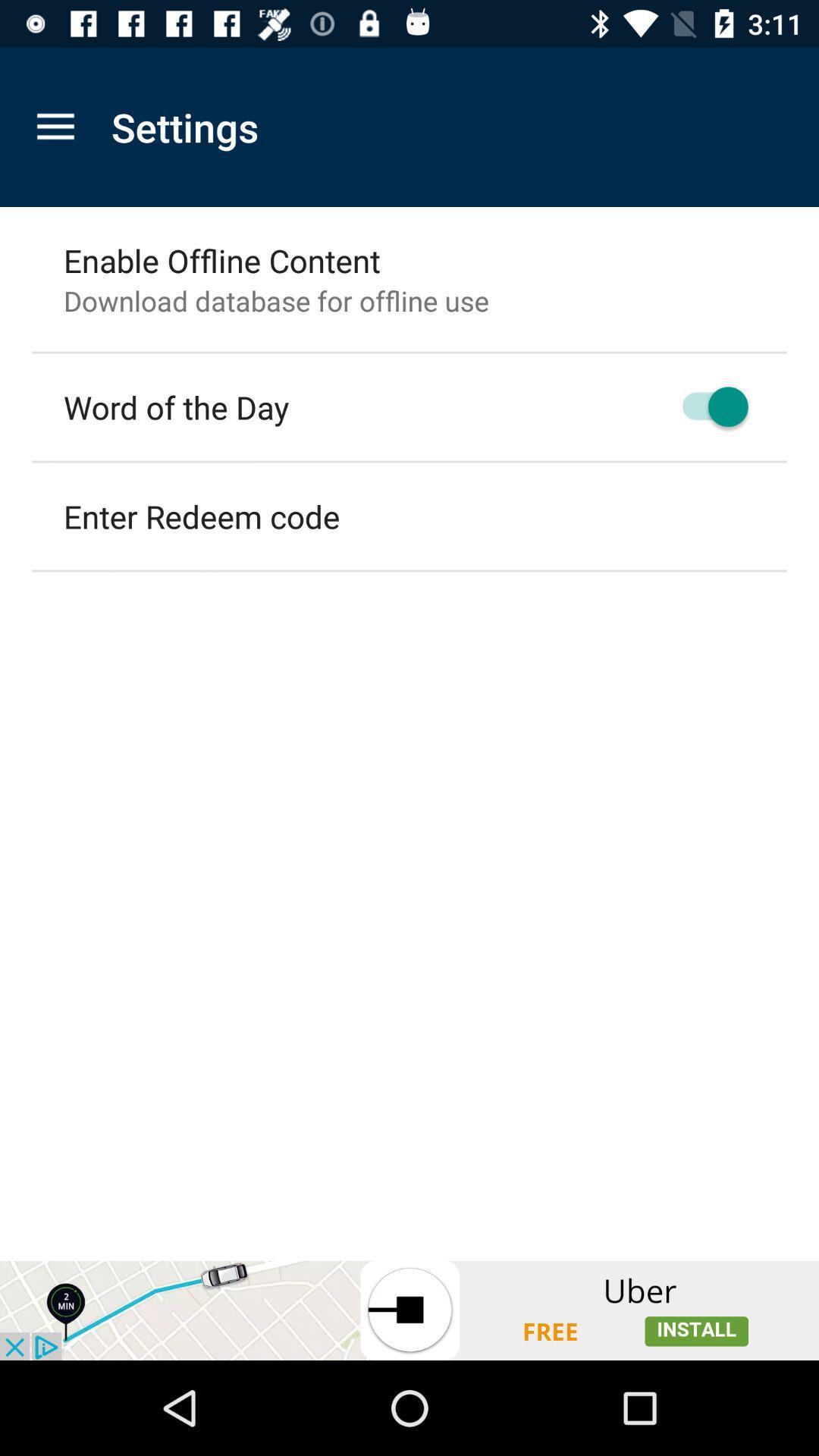  Describe the element at coordinates (409, 1310) in the screenshot. I see `open the advertisement link` at that location.